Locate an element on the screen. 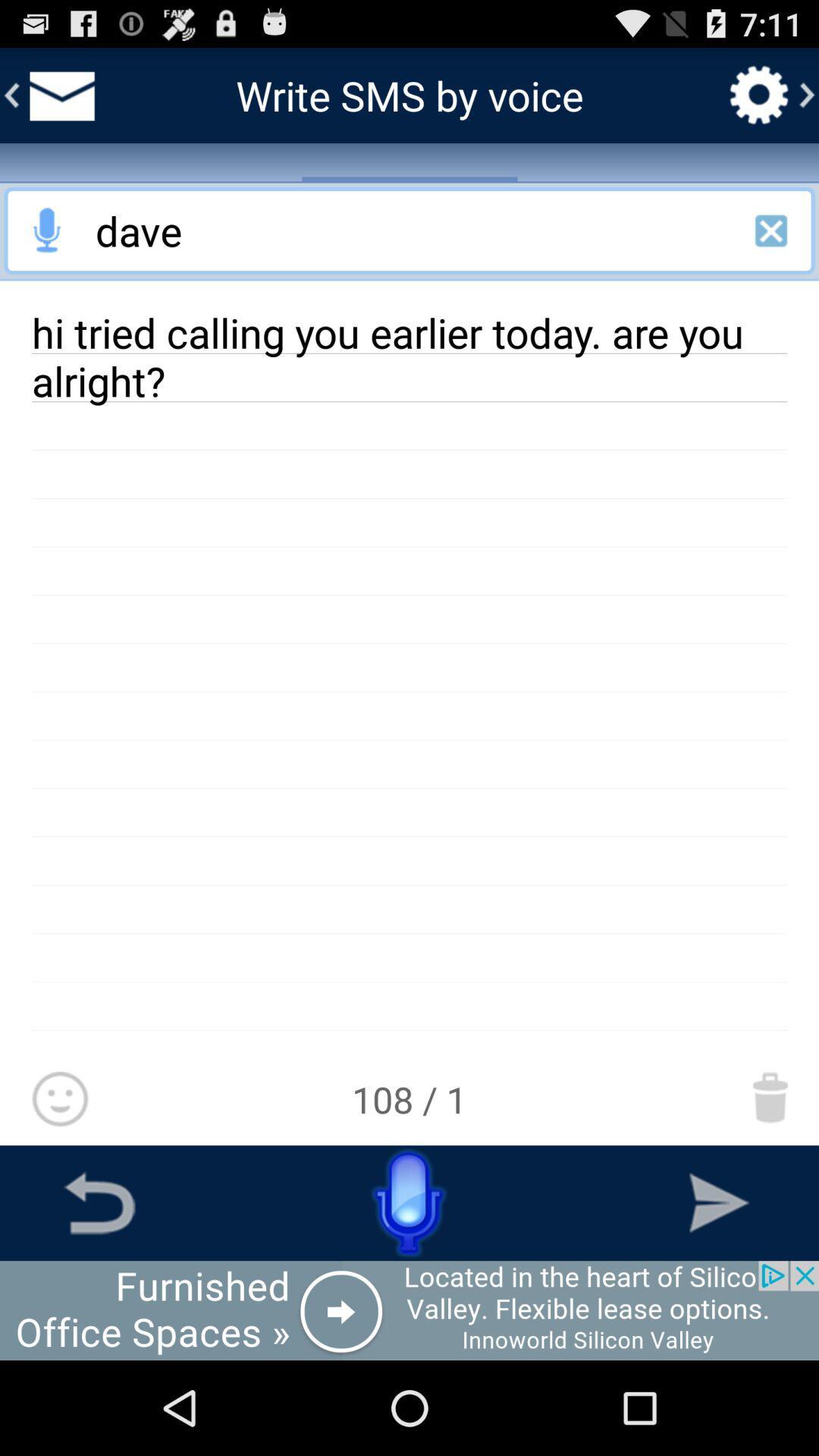  open an advertisement is located at coordinates (409, 1310).